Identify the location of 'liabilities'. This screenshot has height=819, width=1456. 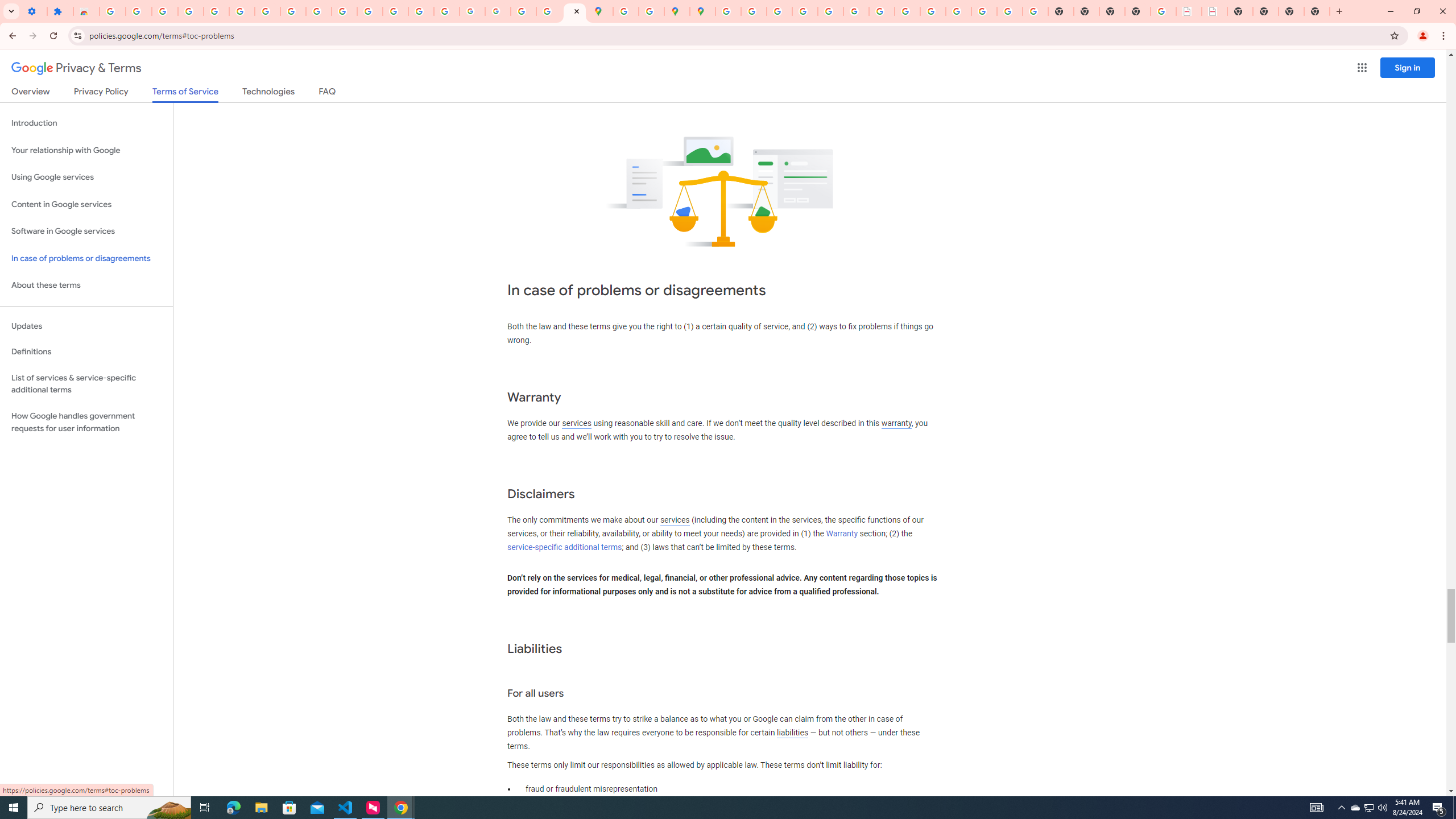
(791, 732).